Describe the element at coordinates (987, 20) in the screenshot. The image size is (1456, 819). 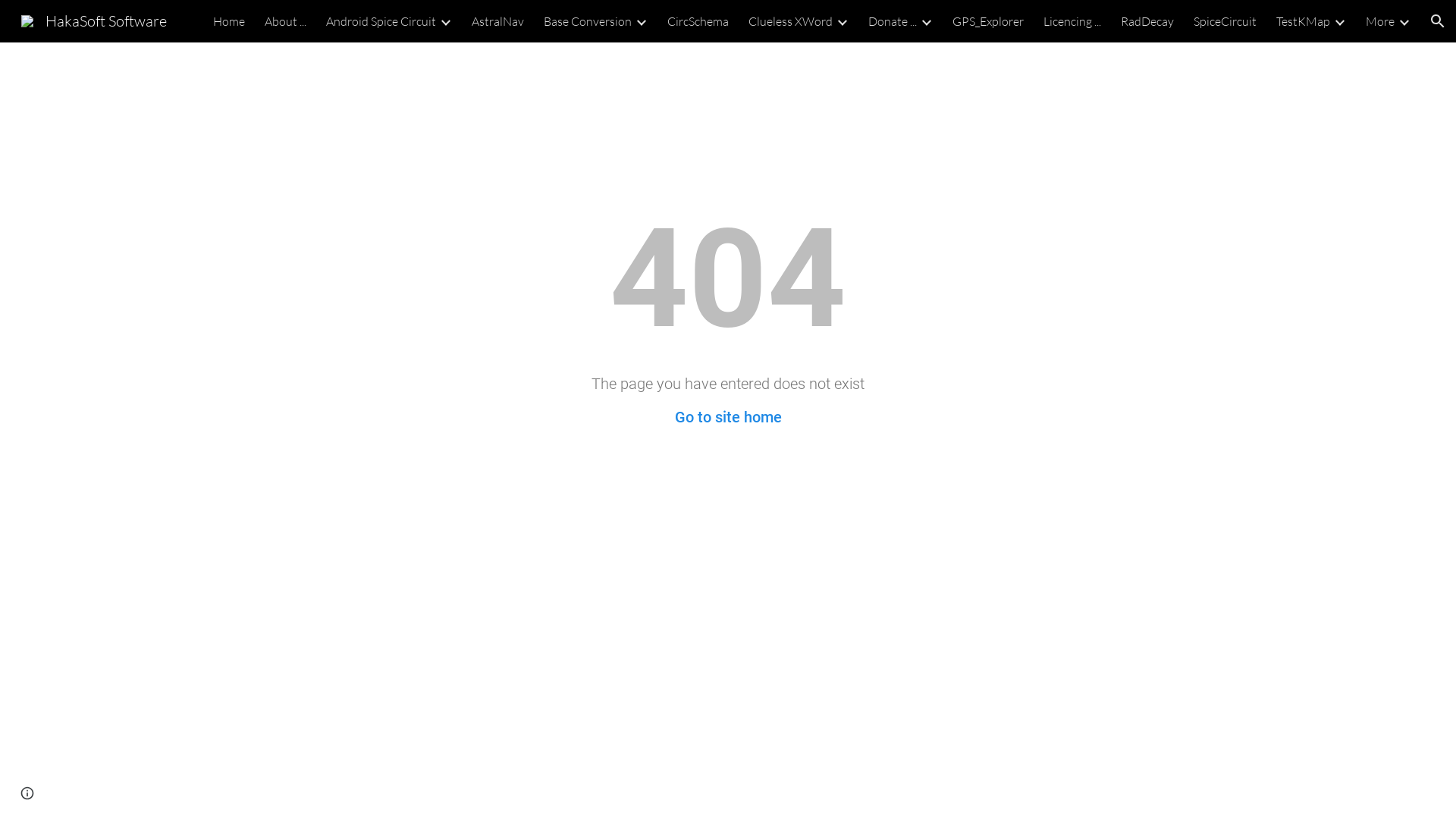
I see `'GPS_Explorer'` at that location.